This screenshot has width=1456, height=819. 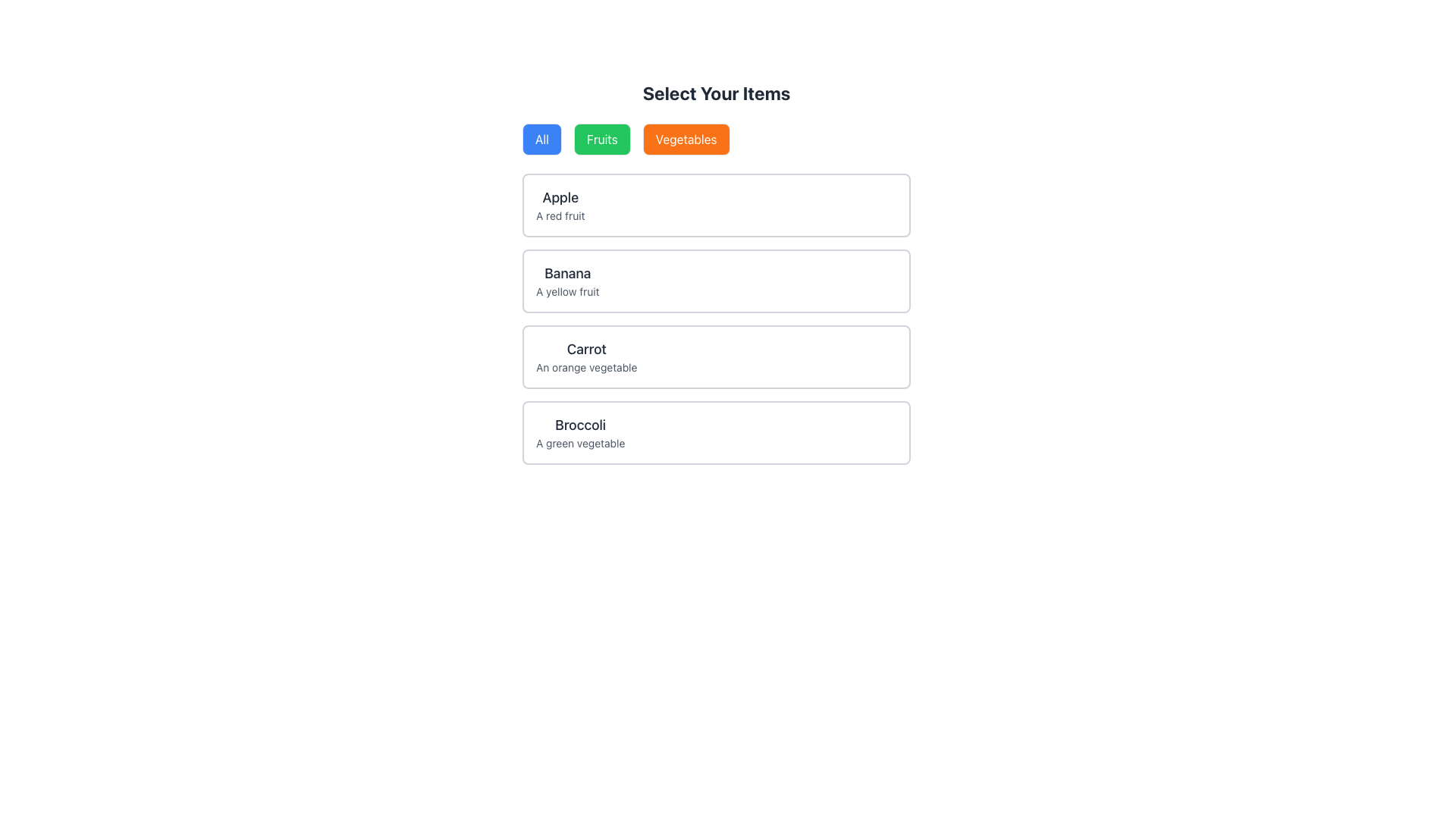 I want to click on the static text label displaying 'Broccoli', which is prominently styled in a large bold font and located in the bottom right of the selection interface, so click(x=579, y=425).